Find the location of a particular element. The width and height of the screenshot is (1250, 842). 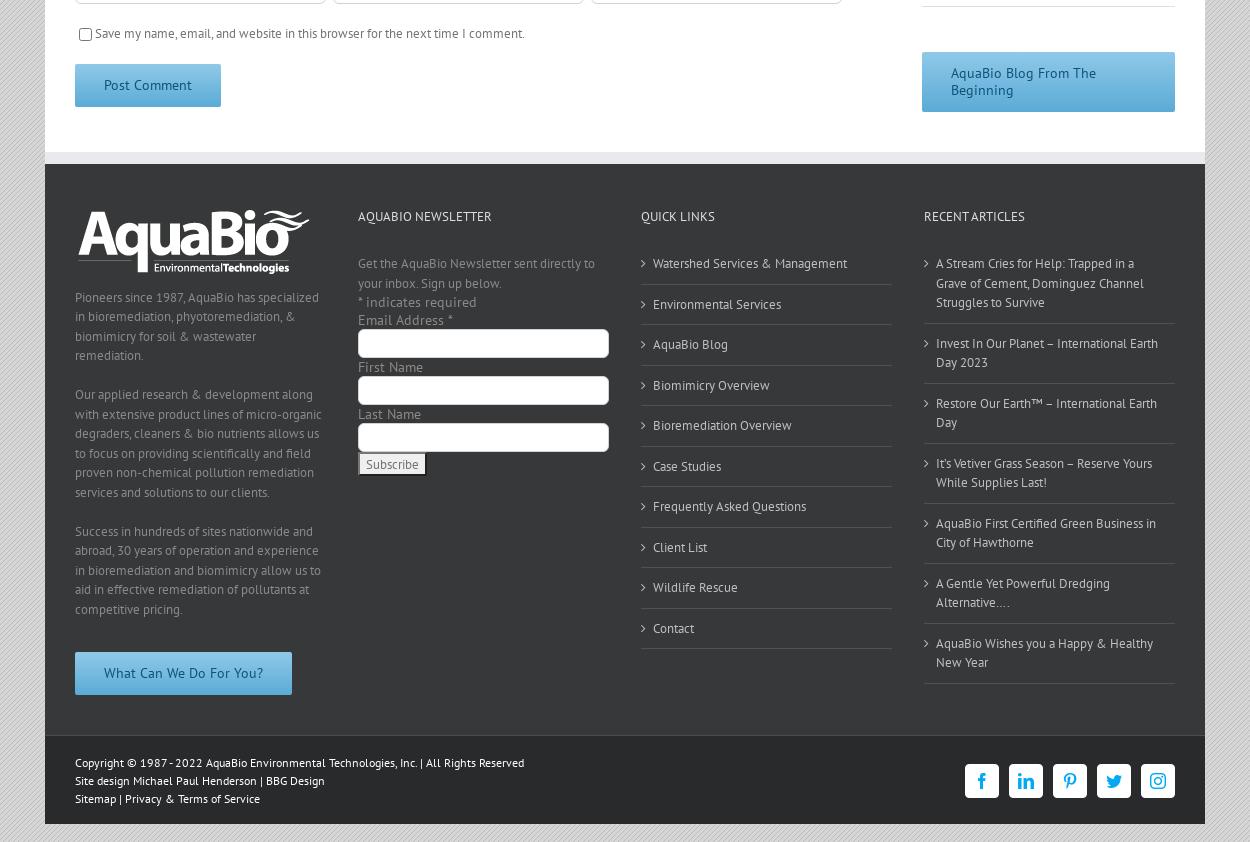

'AquaBio Blog From The Beginning' is located at coordinates (950, 79).